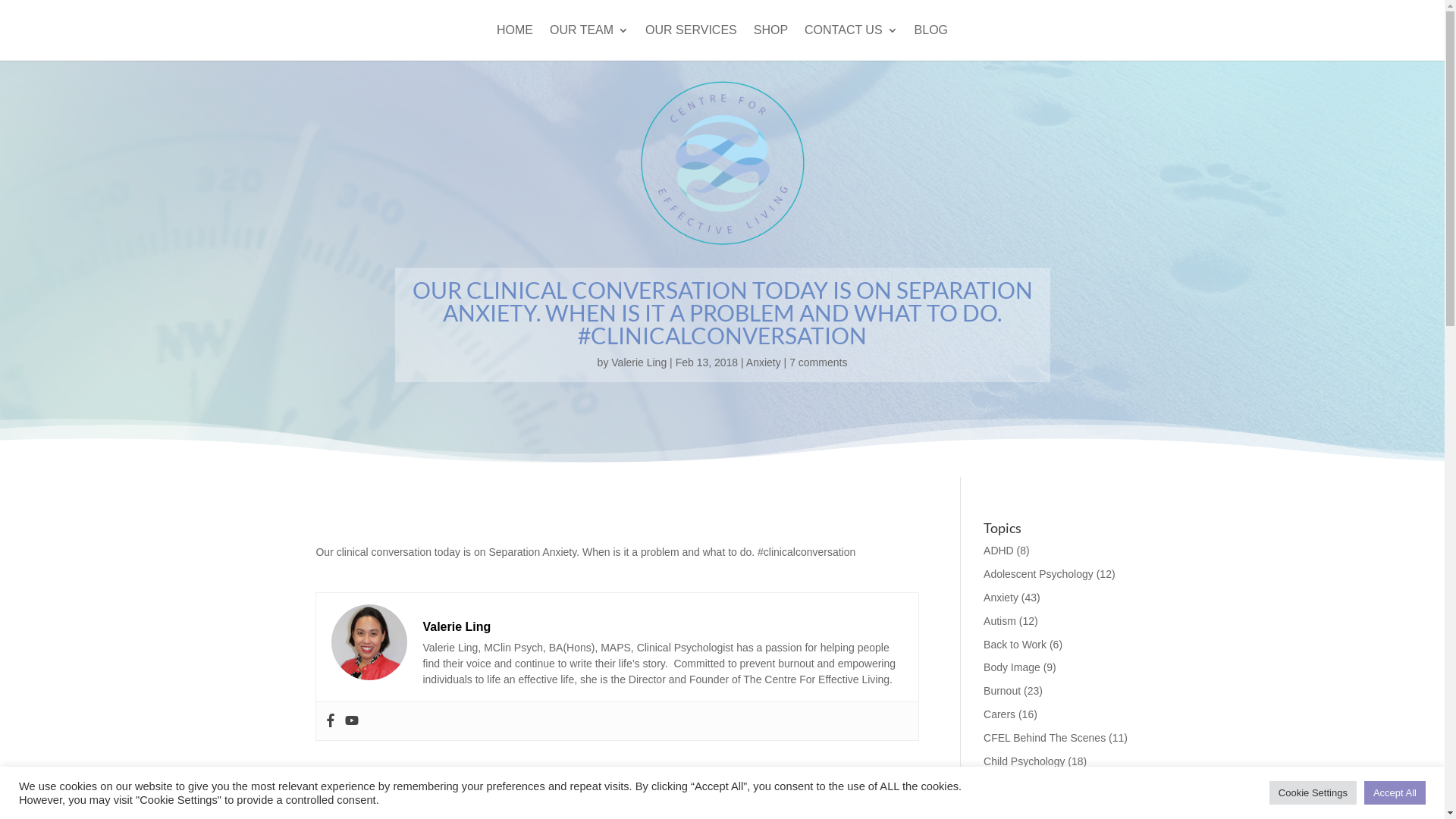 The image size is (1456, 819). What do you see at coordinates (588, 42) in the screenshot?
I see `'OUR TEAM'` at bounding box center [588, 42].